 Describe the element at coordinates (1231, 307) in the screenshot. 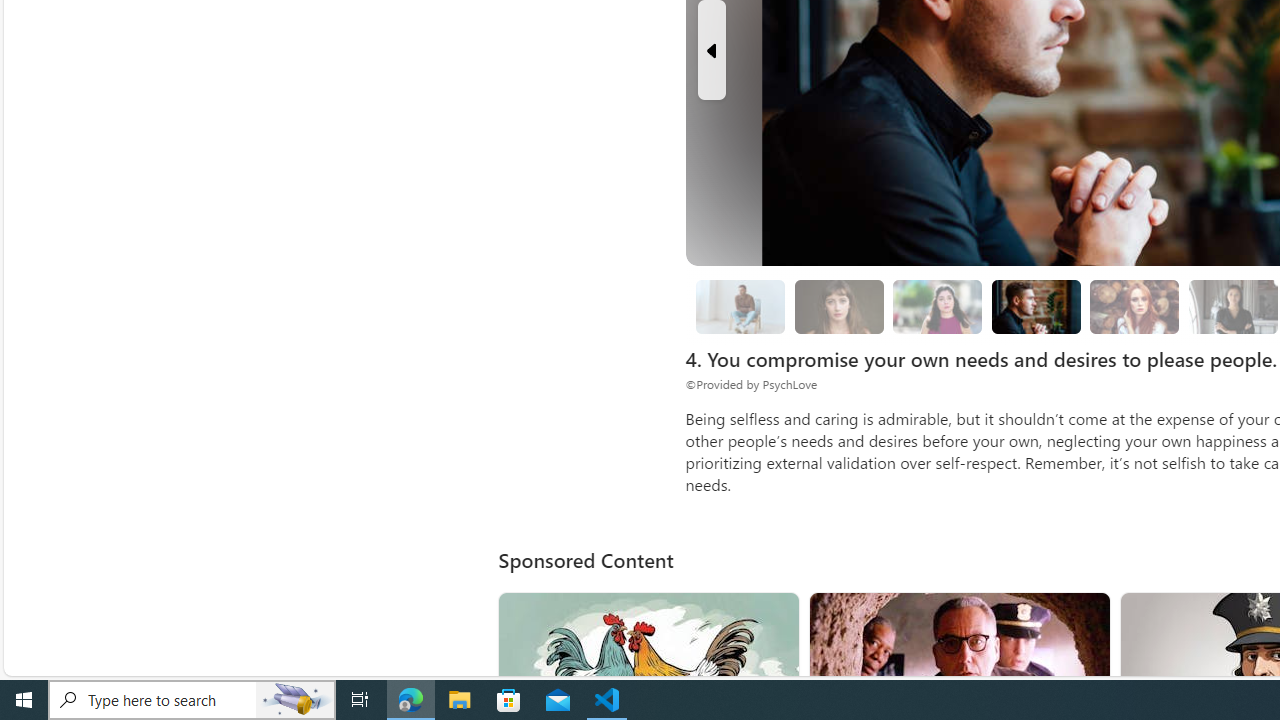

I see `'8. Surround yourself with solution-oriented people.'` at that location.